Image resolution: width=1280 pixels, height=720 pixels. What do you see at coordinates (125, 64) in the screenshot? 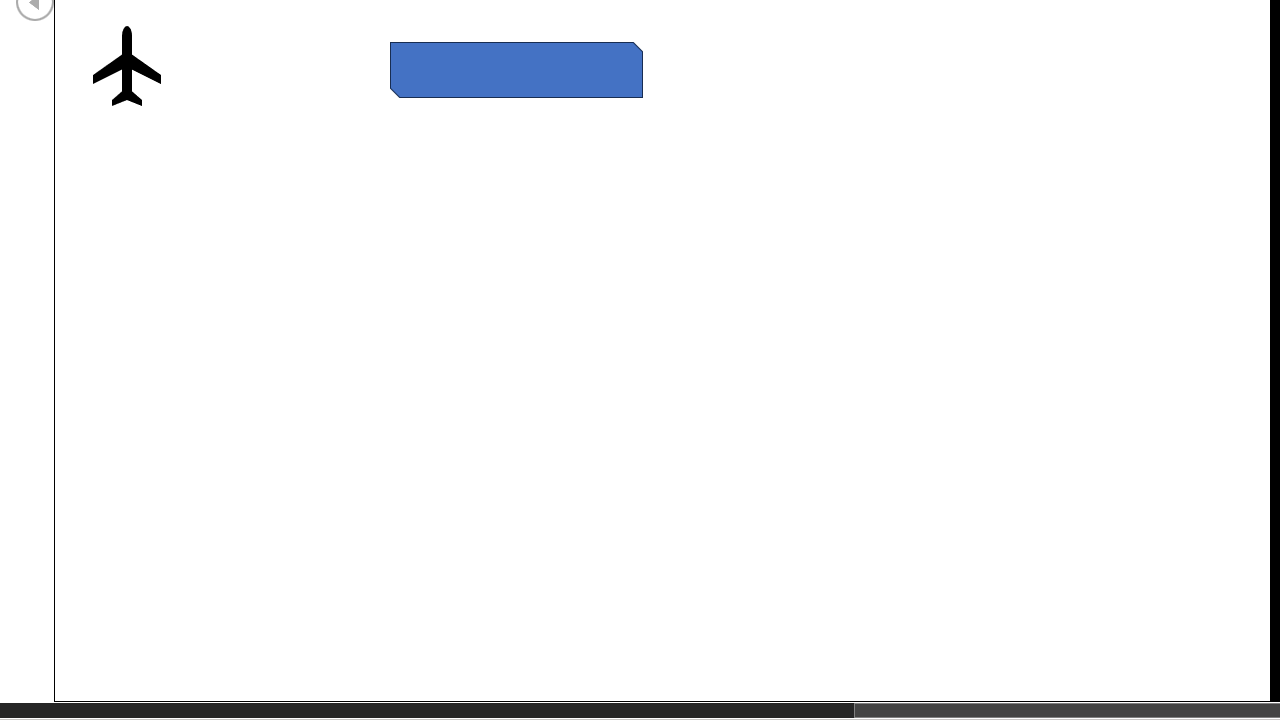
I see `'Airplane with solid fill'` at bounding box center [125, 64].